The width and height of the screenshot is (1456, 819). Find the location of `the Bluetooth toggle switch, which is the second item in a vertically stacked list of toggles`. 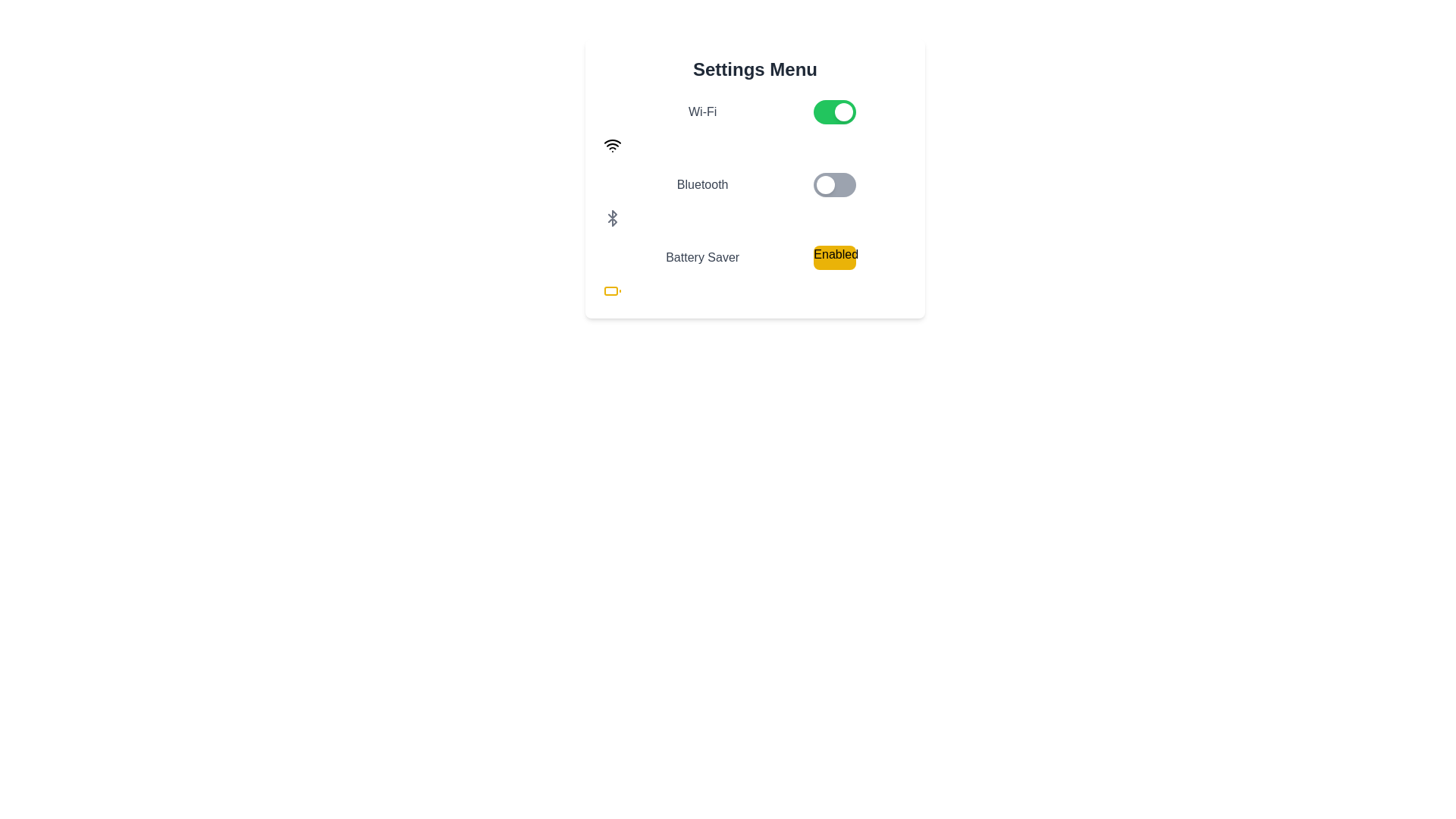

the Bluetooth toggle switch, which is the second item in a vertically stacked list of toggles is located at coordinates (755, 199).